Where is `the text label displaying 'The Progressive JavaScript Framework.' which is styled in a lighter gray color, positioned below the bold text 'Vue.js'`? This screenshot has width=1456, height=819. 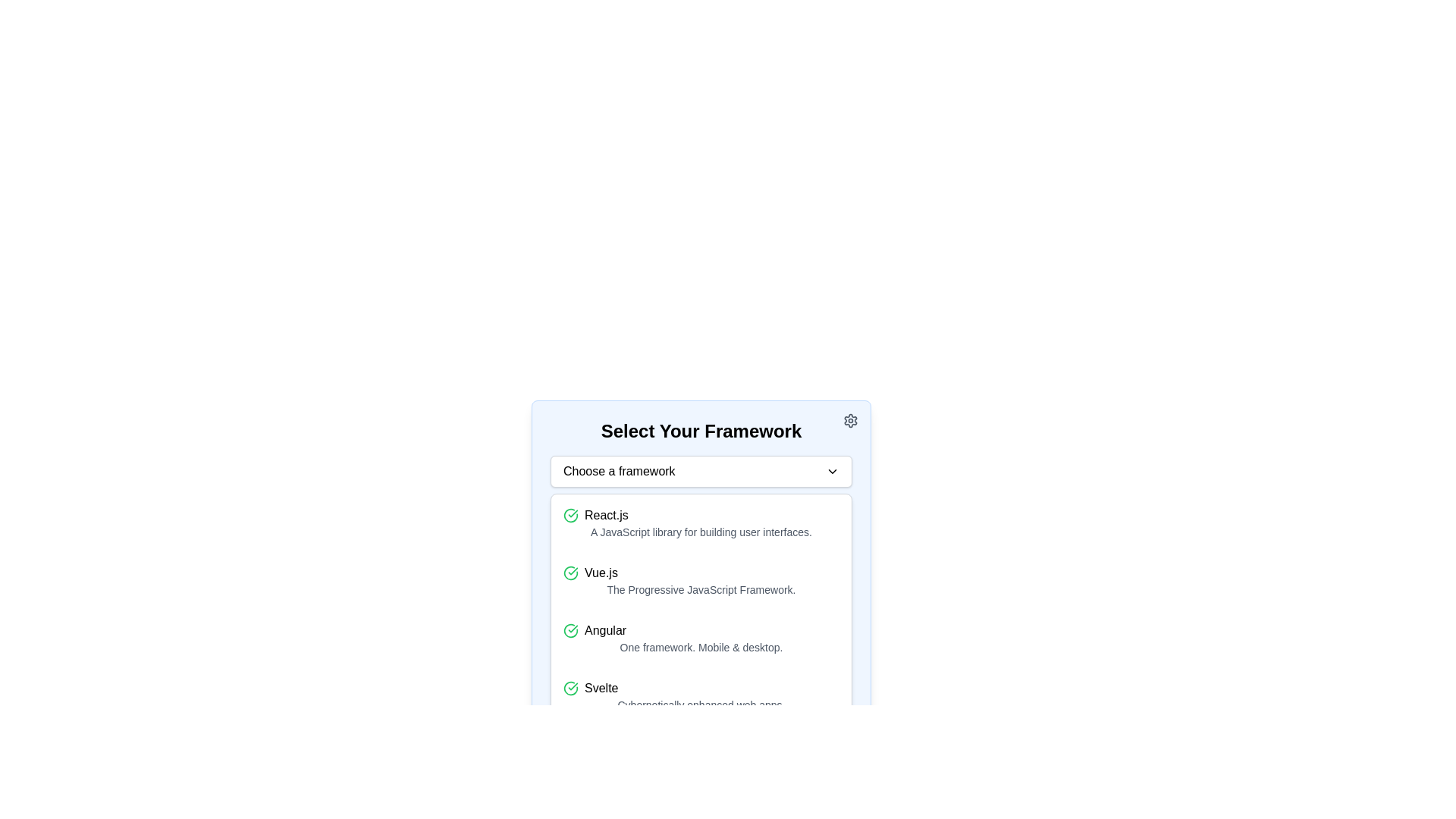
the text label displaying 'The Progressive JavaScript Framework.' which is styled in a lighter gray color, positioned below the bold text 'Vue.js' is located at coordinates (701, 589).